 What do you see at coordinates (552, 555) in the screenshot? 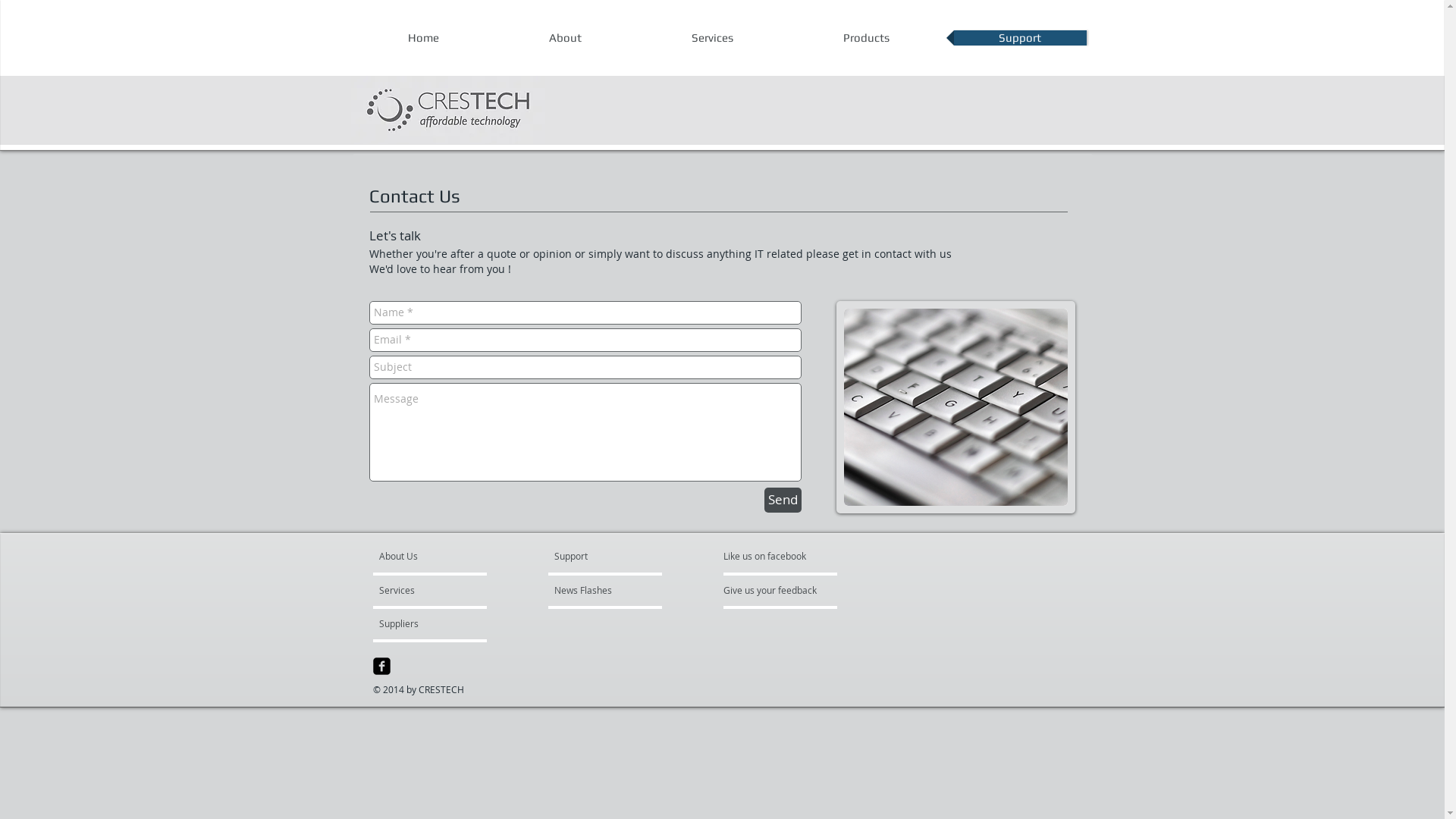
I see `'Support'` at bounding box center [552, 555].